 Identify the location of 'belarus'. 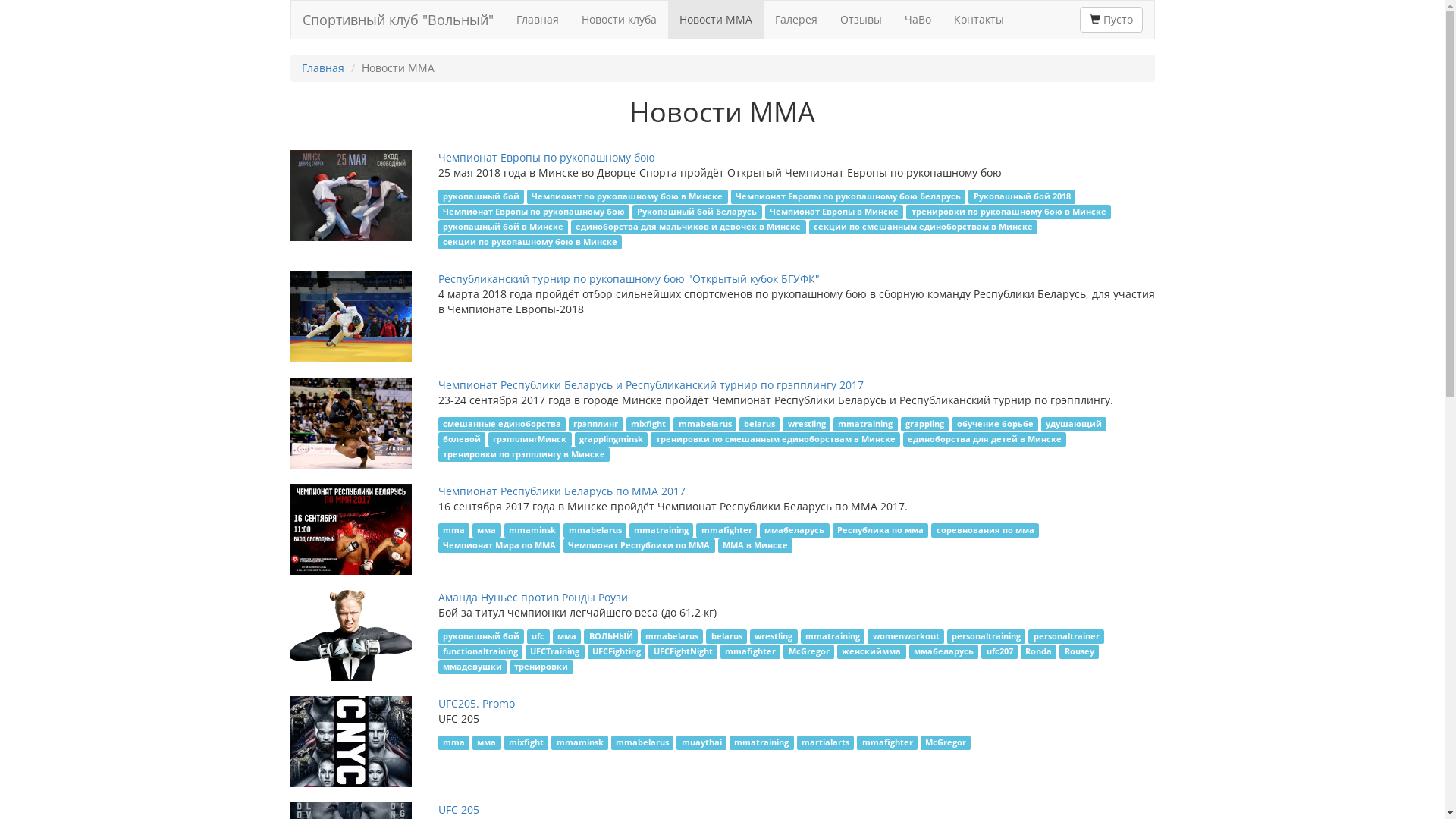
(760, 424).